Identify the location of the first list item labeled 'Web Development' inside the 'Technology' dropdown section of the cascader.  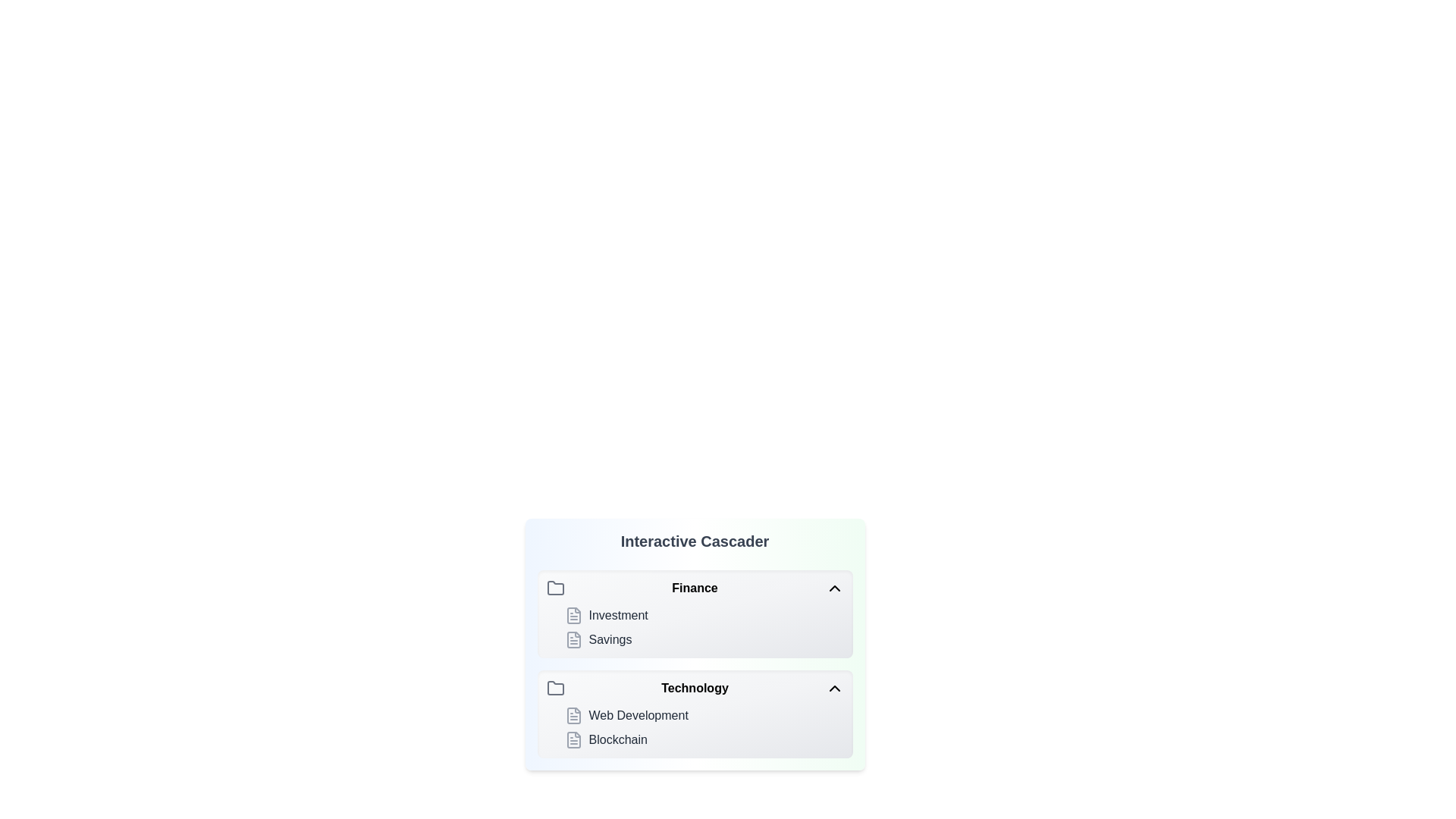
(703, 716).